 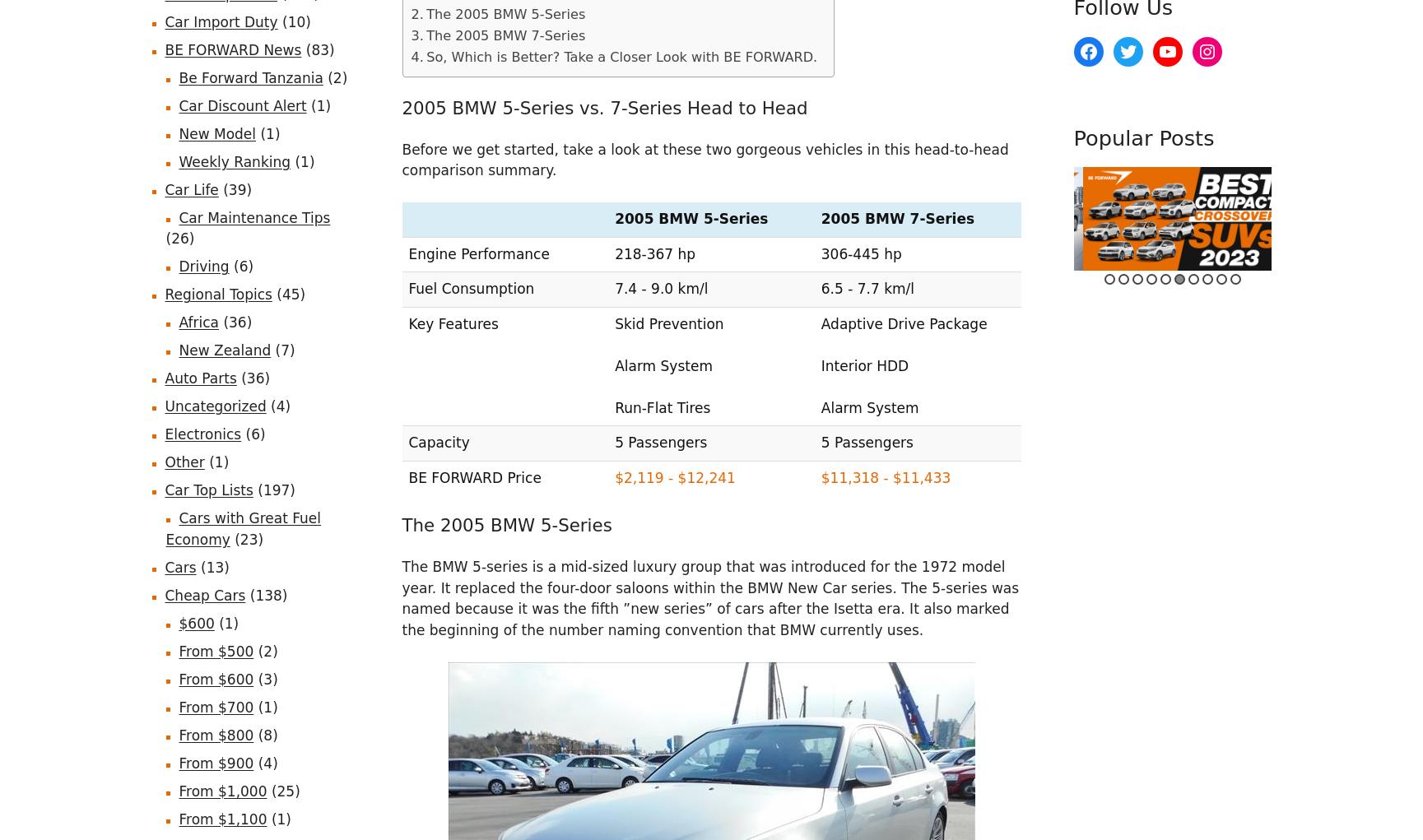 What do you see at coordinates (208, 490) in the screenshot?
I see `'Car Top Lists'` at bounding box center [208, 490].